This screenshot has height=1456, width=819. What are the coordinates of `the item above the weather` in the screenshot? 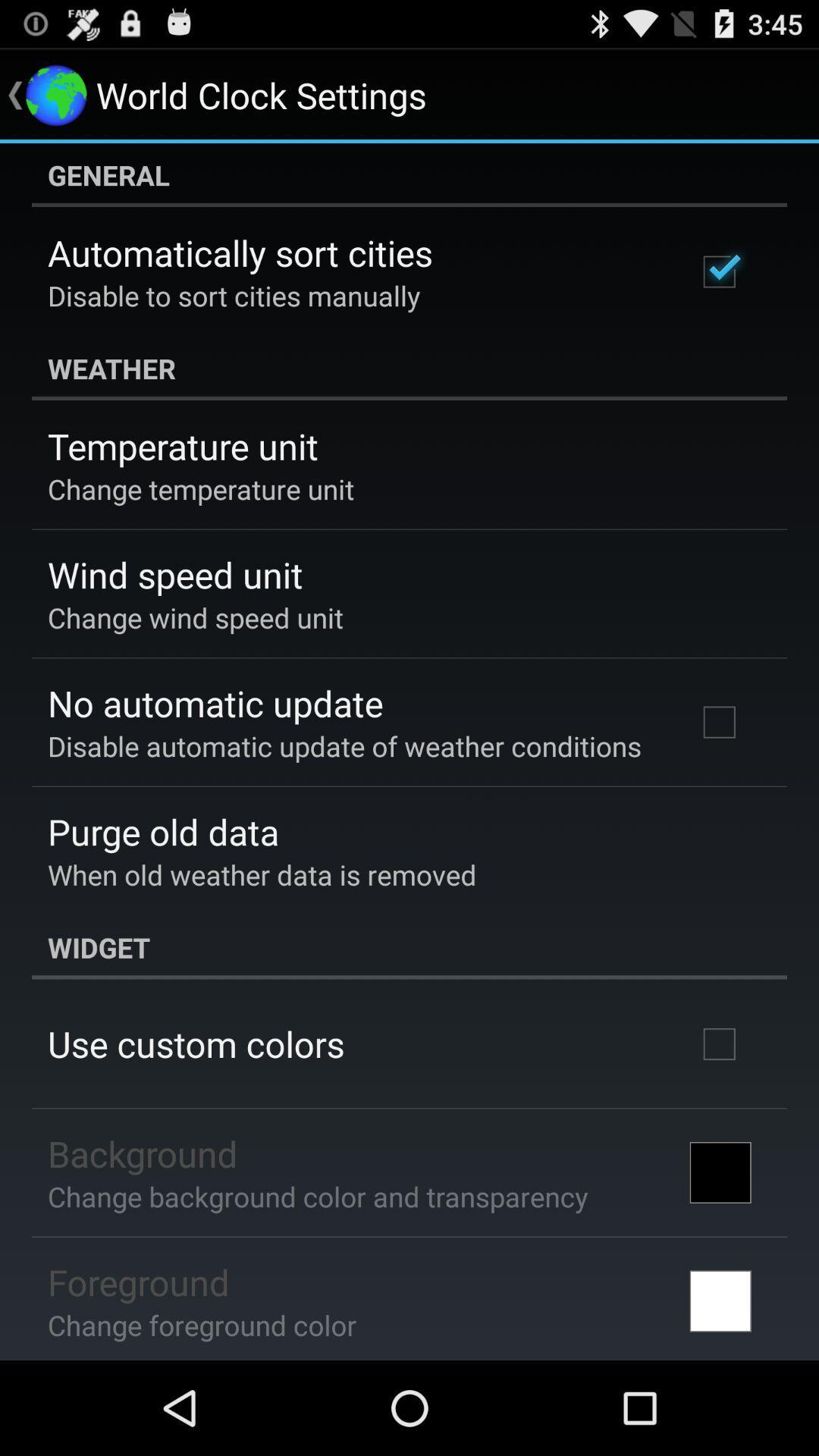 It's located at (234, 295).